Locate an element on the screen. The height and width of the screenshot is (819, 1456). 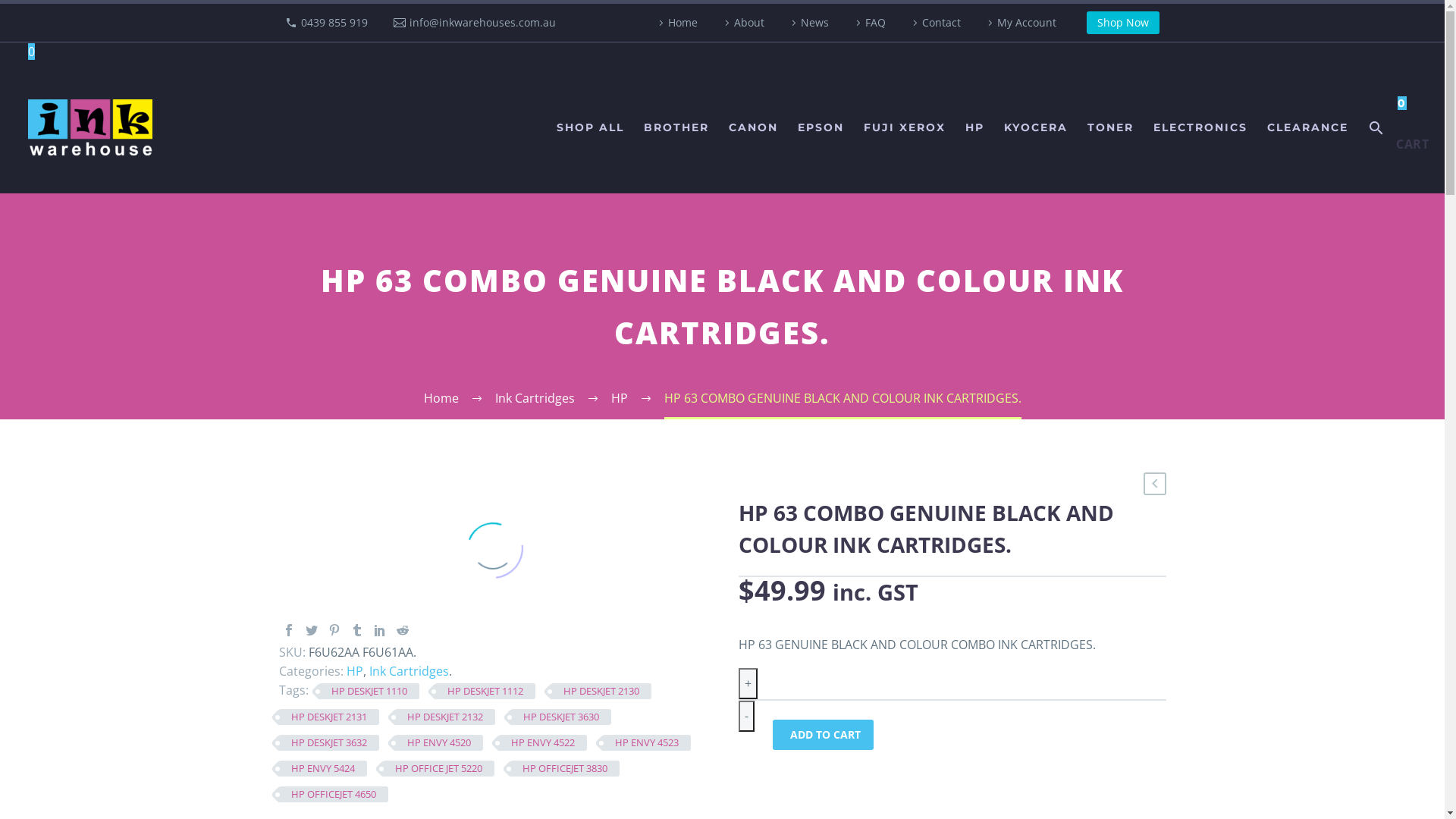
'0' is located at coordinates (1395, 102).